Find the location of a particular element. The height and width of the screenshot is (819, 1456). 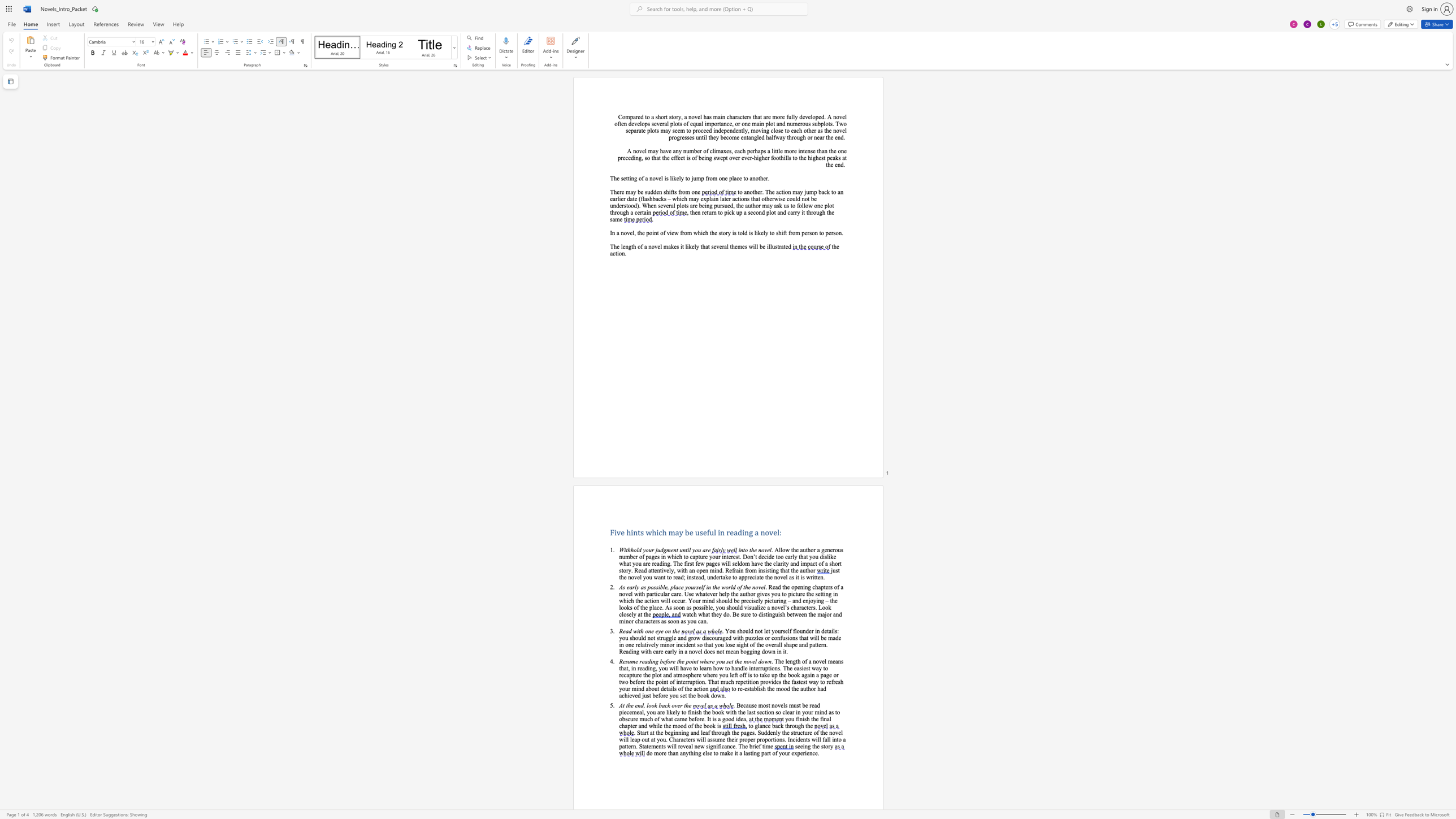

the 3th character "r" in the text is located at coordinates (748, 577).